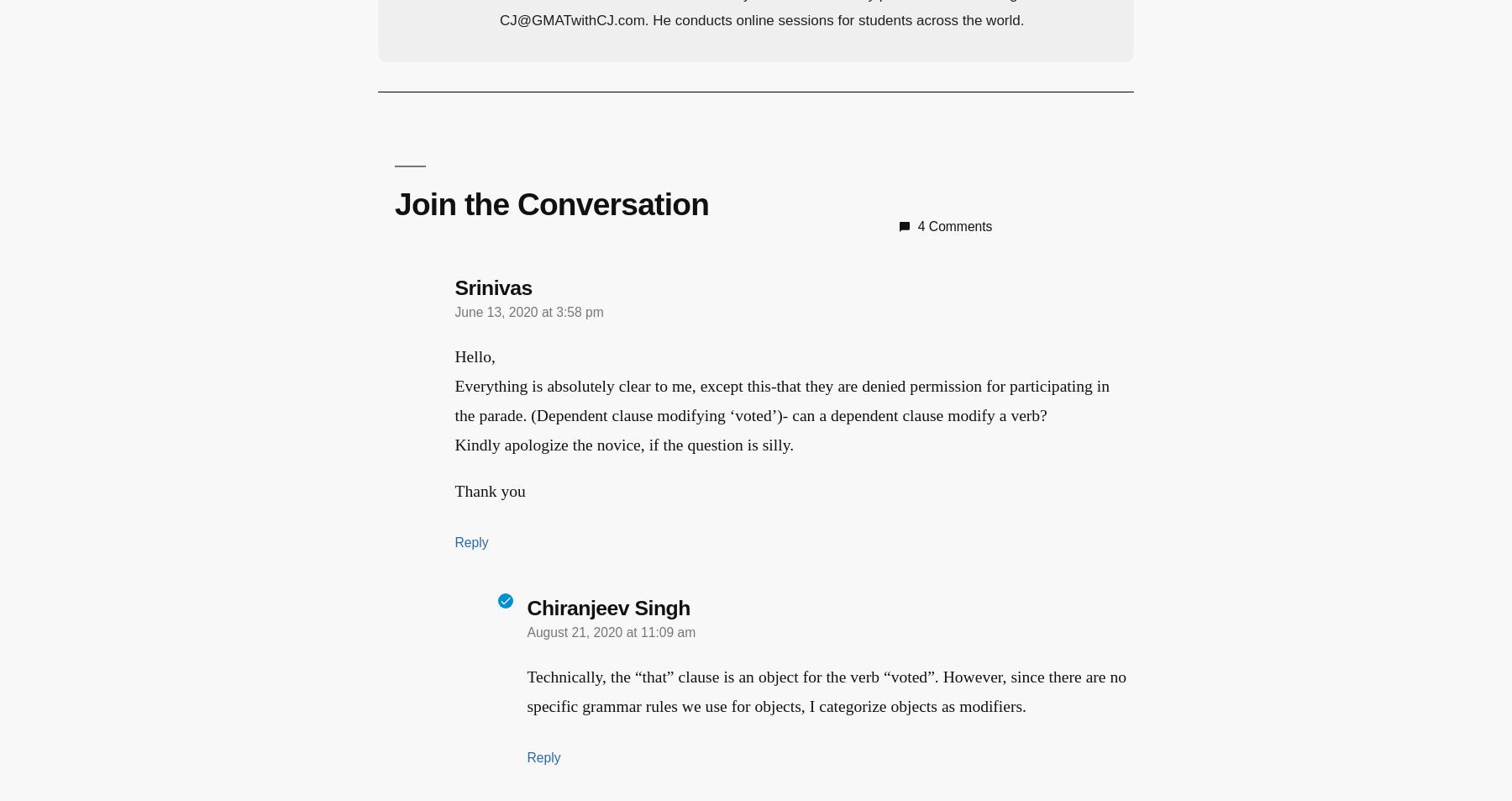 The image size is (1512, 801). Describe the element at coordinates (826, 690) in the screenshot. I see `'Technically, the “that” clause is an object for the verb “voted”. However, since there are no specific grammar rules we use for objects, I categorize objects as modifiers.'` at that location.